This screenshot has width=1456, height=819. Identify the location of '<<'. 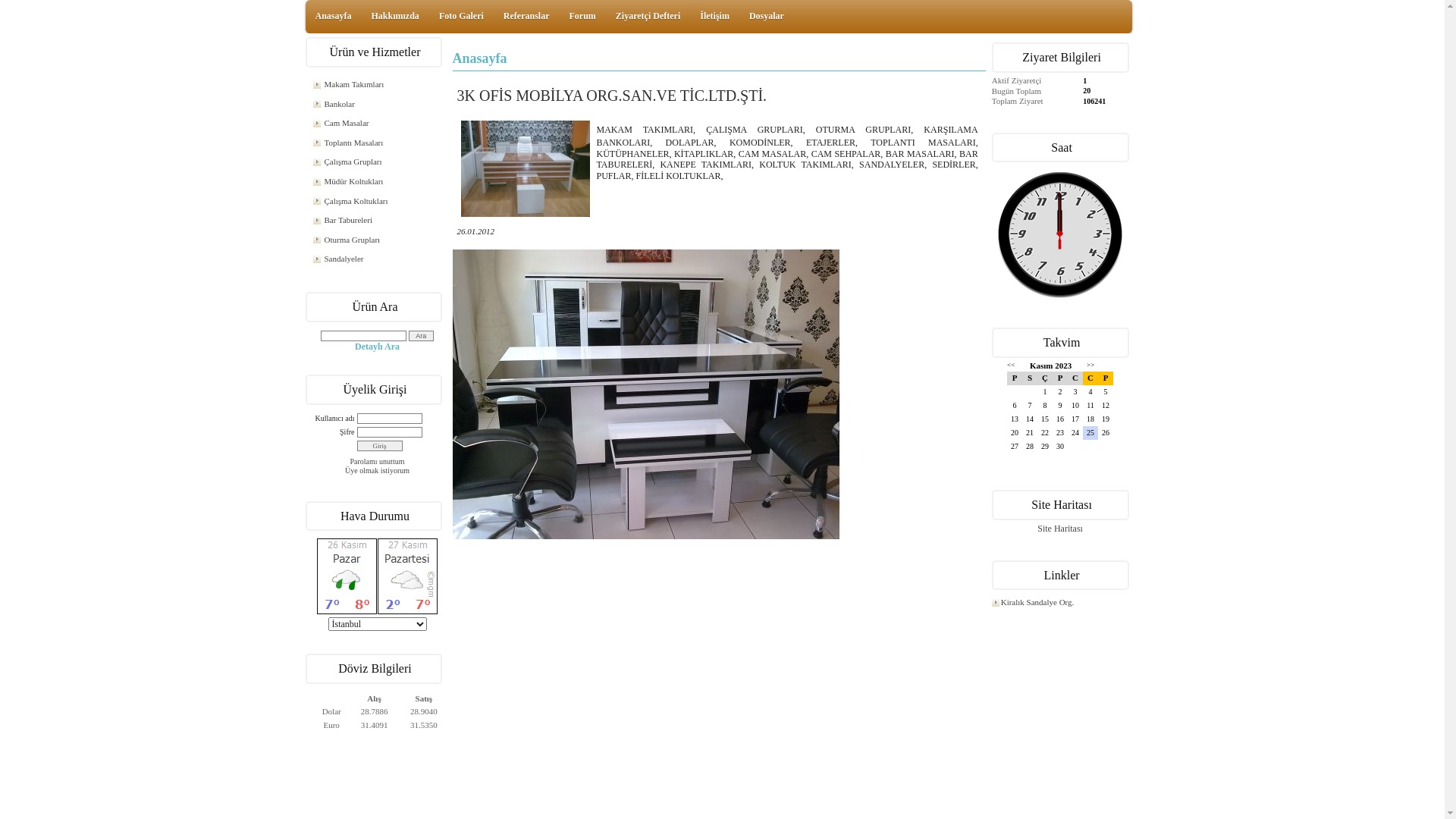
(1011, 365).